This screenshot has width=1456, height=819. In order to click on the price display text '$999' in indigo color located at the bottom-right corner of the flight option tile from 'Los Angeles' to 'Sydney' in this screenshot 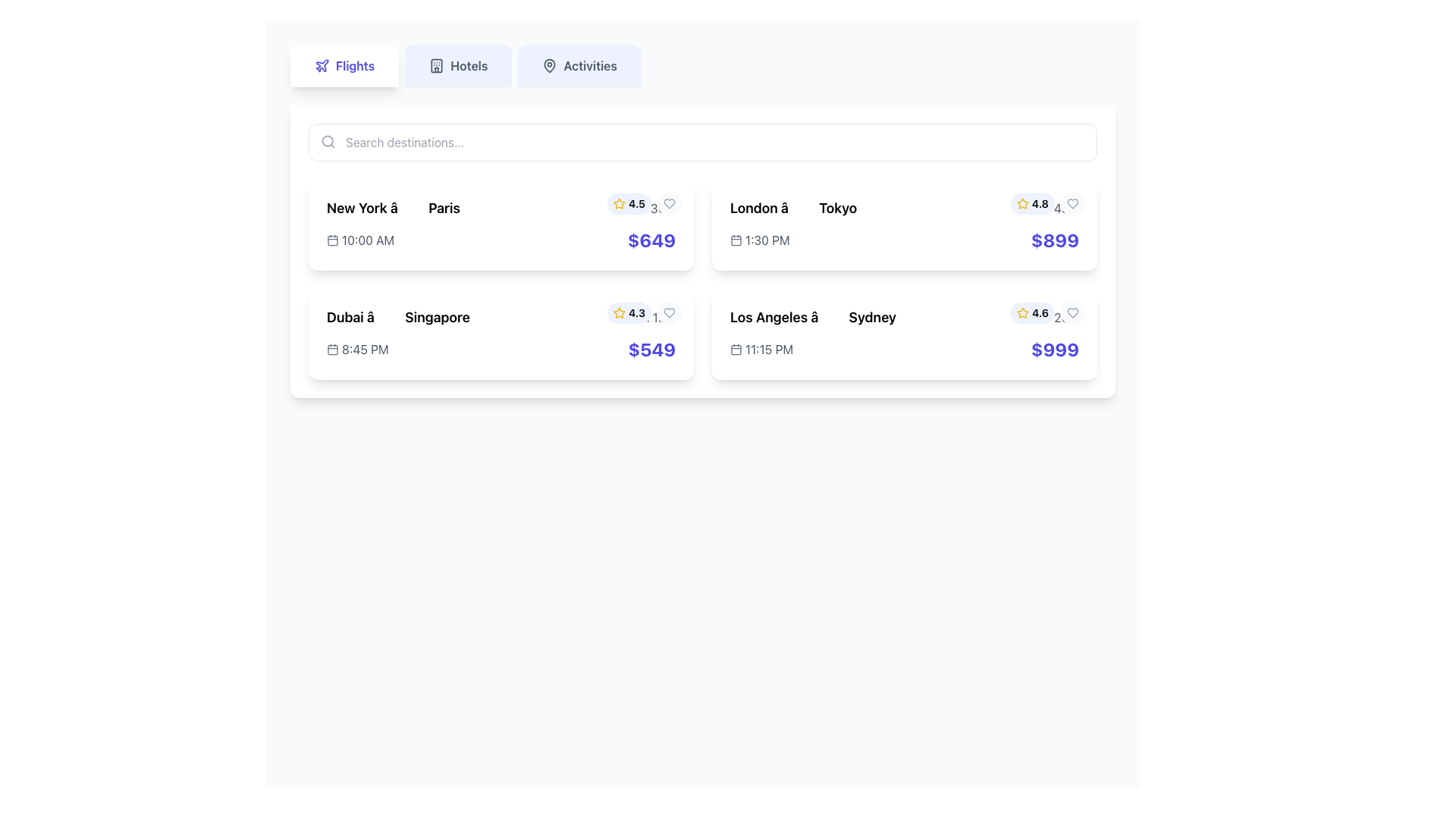, I will do `click(1054, 350)`.